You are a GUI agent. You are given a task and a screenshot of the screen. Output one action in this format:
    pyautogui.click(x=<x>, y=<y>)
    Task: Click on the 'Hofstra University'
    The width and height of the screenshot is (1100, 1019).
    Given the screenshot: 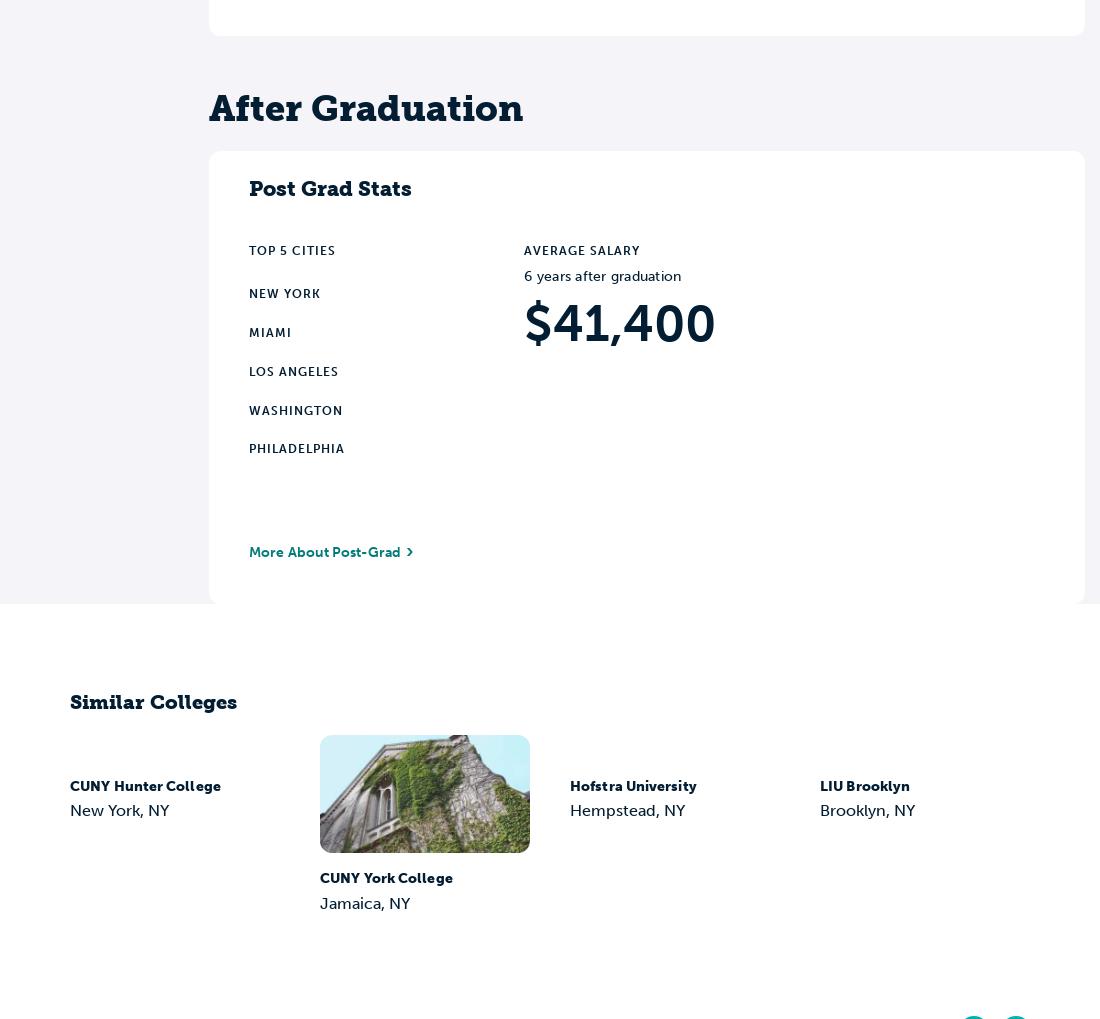 What is the action you would take?
    pyautogui.click(x=633, y=784)
    